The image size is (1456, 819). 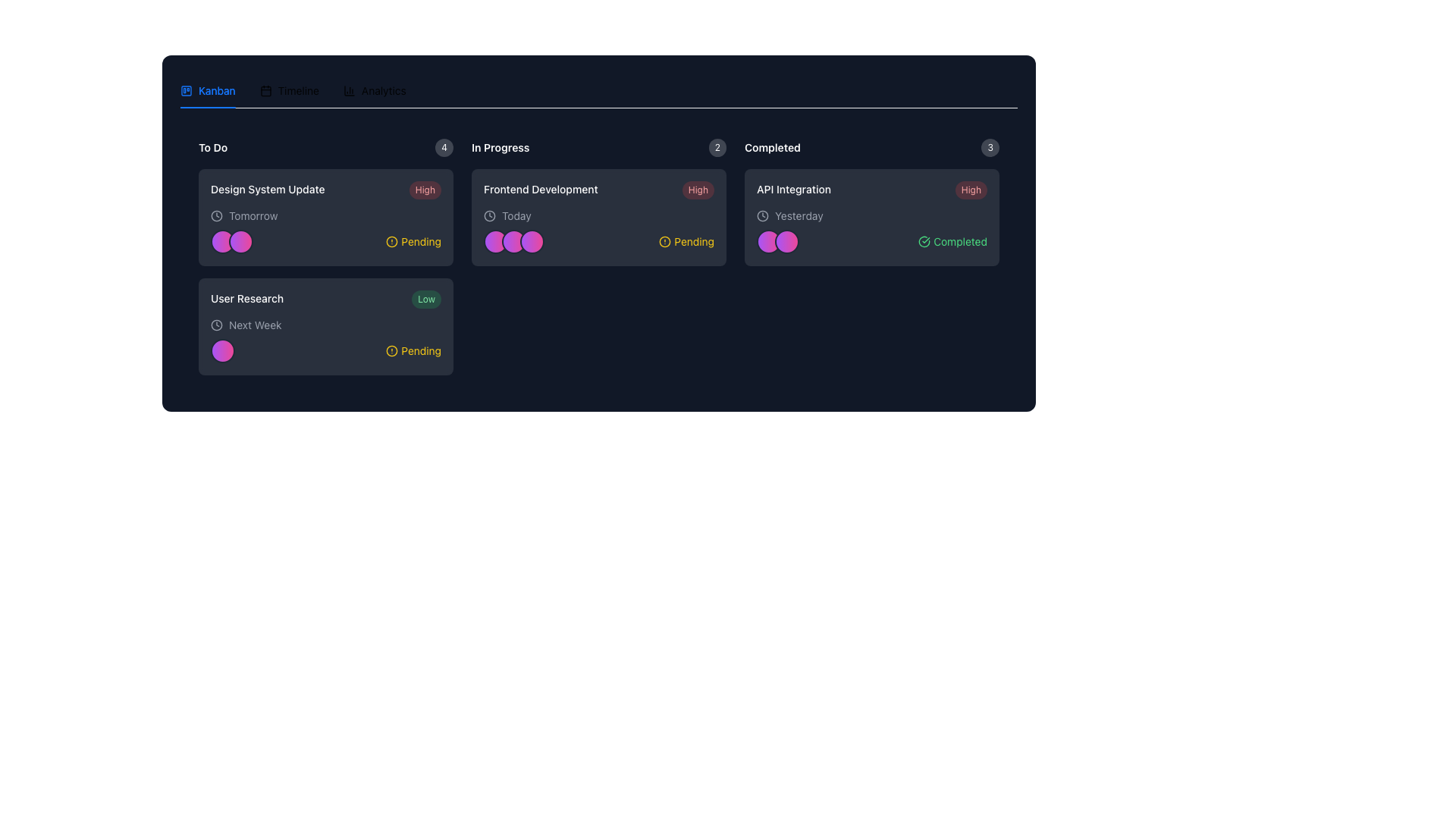 What do you see at coordinates (490, 216) in the screenshot?
I see `the icon located in the 'In Progress' section, next to the 'Today' label and above the 'Pending' status indicator` at bounding box center [490, 216].